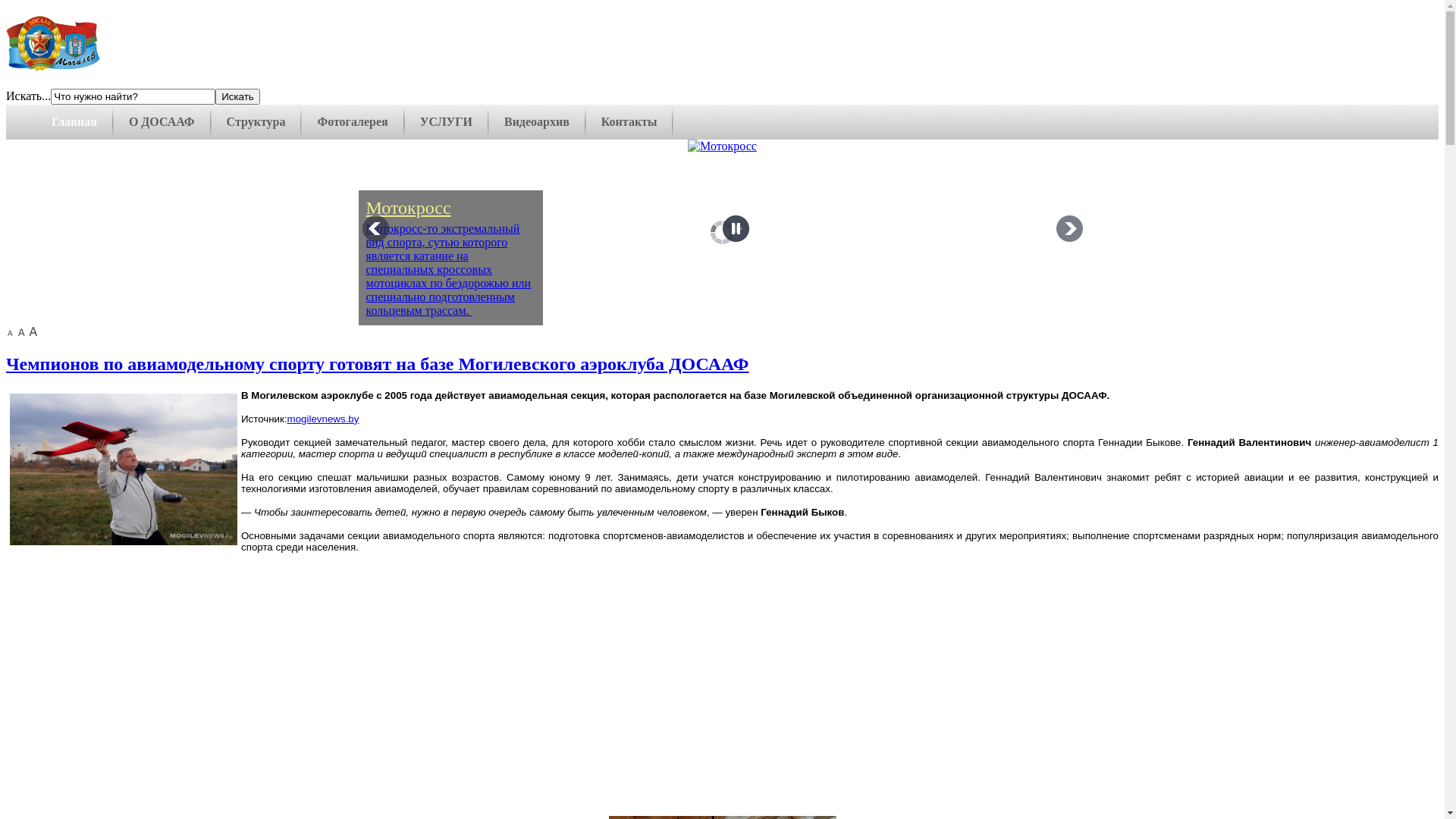 This screenshot has height=819, width=1456. Describe the element at coordinates (33, 331) in the screenshot. I see `'large size'` at that location.